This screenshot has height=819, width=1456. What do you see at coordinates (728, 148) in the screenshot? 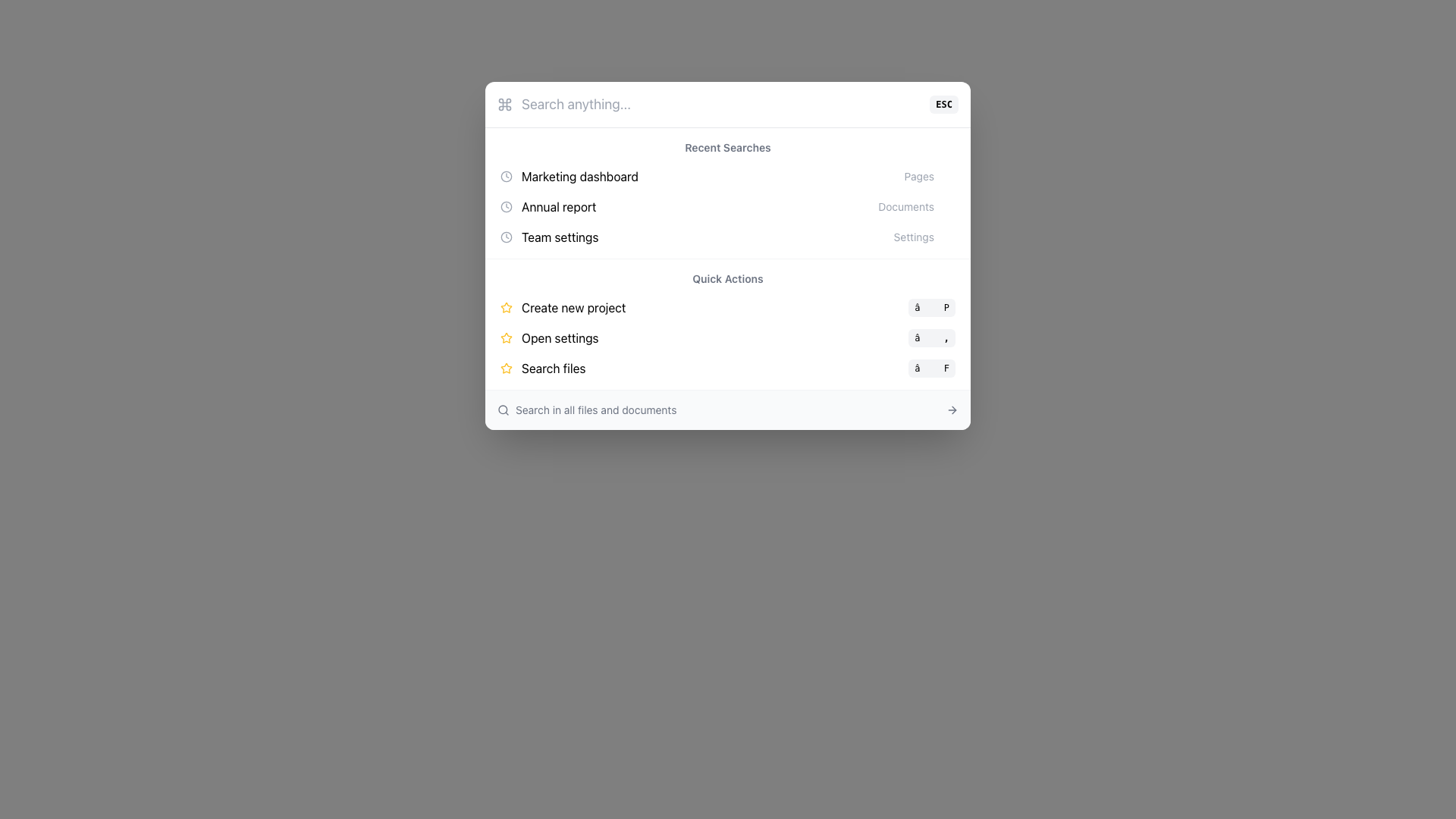
I see `the Text label that serves as a header for recent searches, located directly below the search input area in the modal window interface` at bounding box center [728, 148].